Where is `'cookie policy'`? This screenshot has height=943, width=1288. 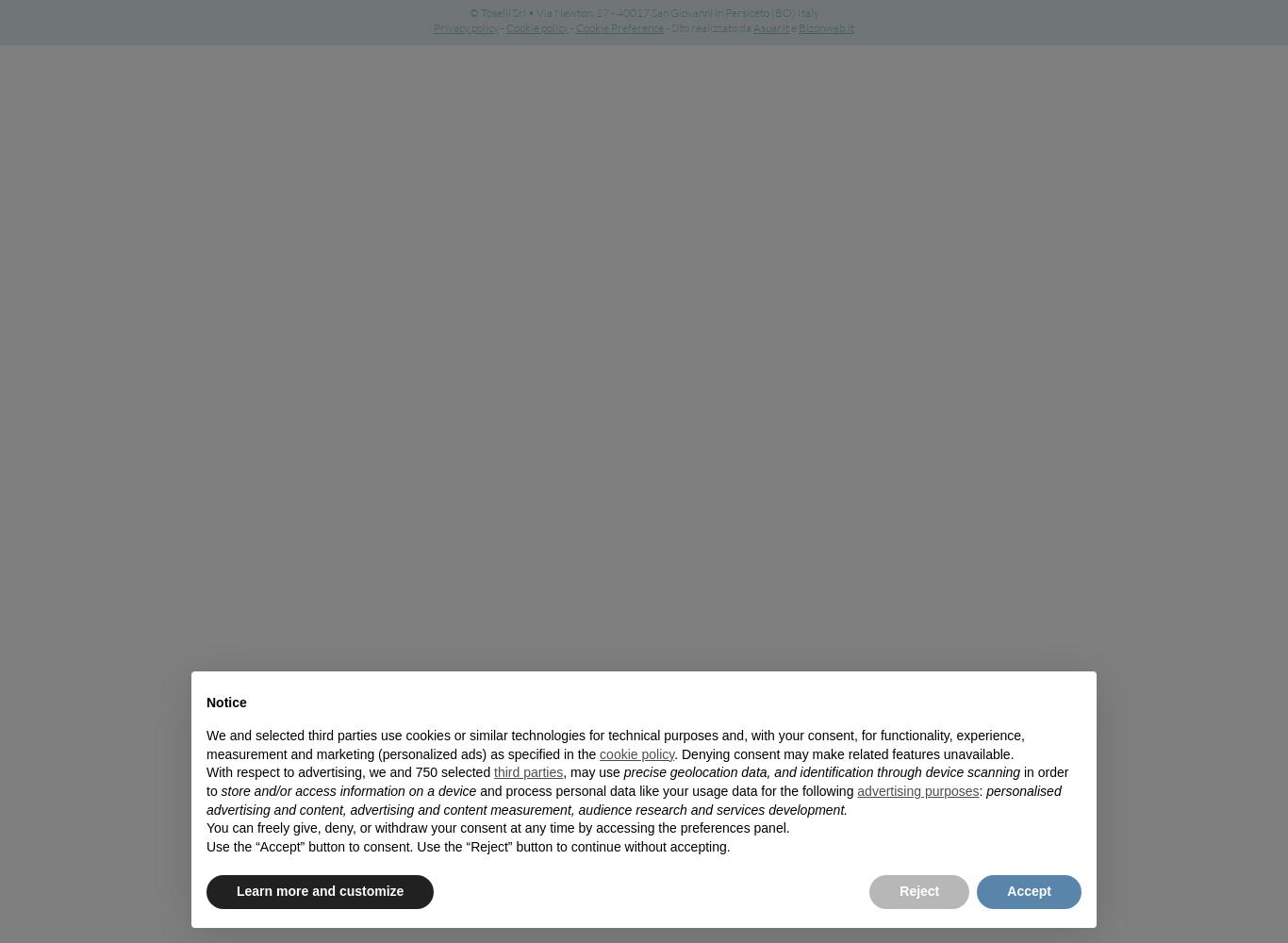 'cookie policy' is located at coordinates (636, 753).